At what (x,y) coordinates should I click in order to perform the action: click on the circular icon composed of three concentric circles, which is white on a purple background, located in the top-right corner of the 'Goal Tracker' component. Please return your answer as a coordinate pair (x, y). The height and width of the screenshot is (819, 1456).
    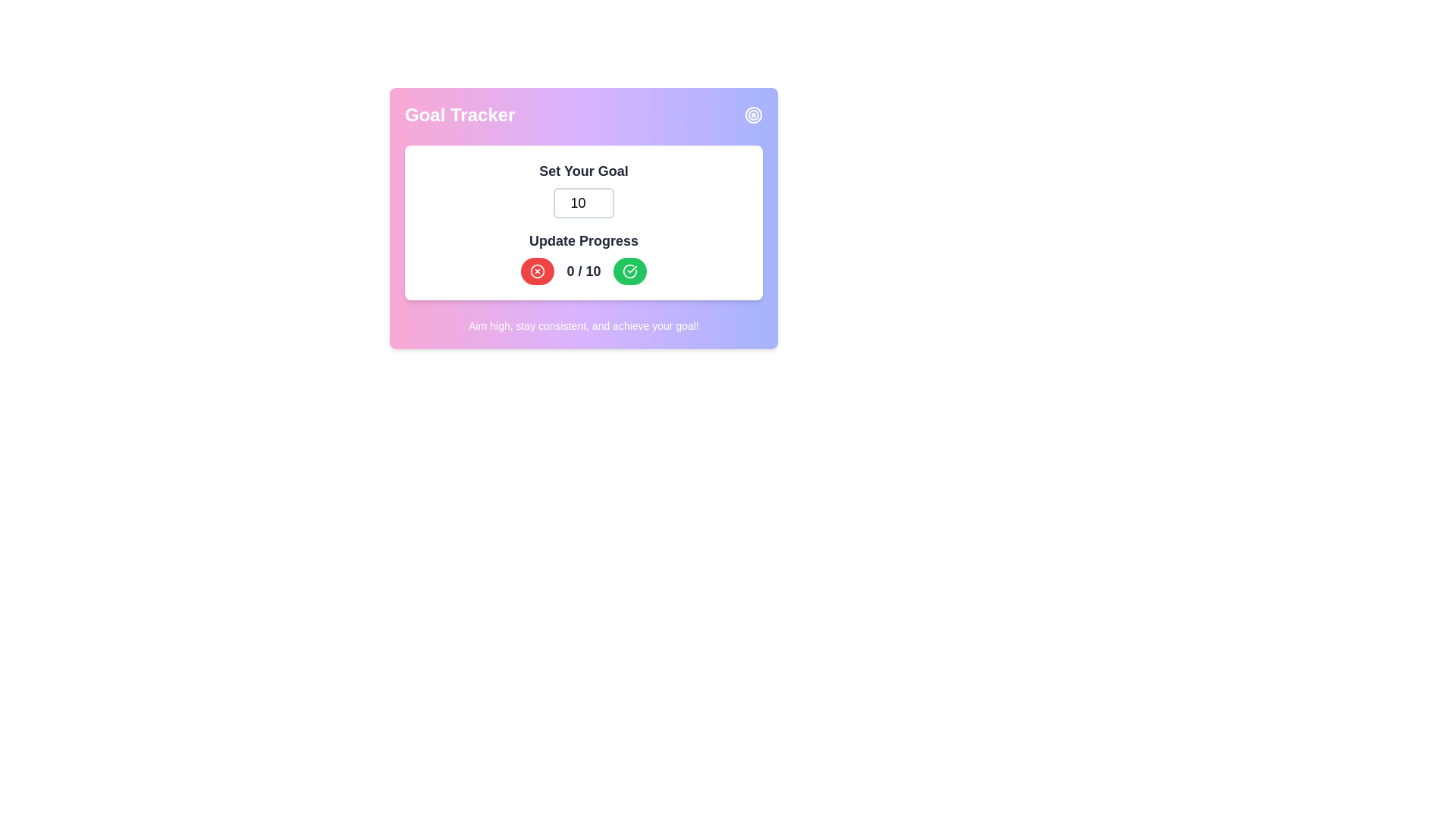
    Looking at the image, I should click on (753, 114).